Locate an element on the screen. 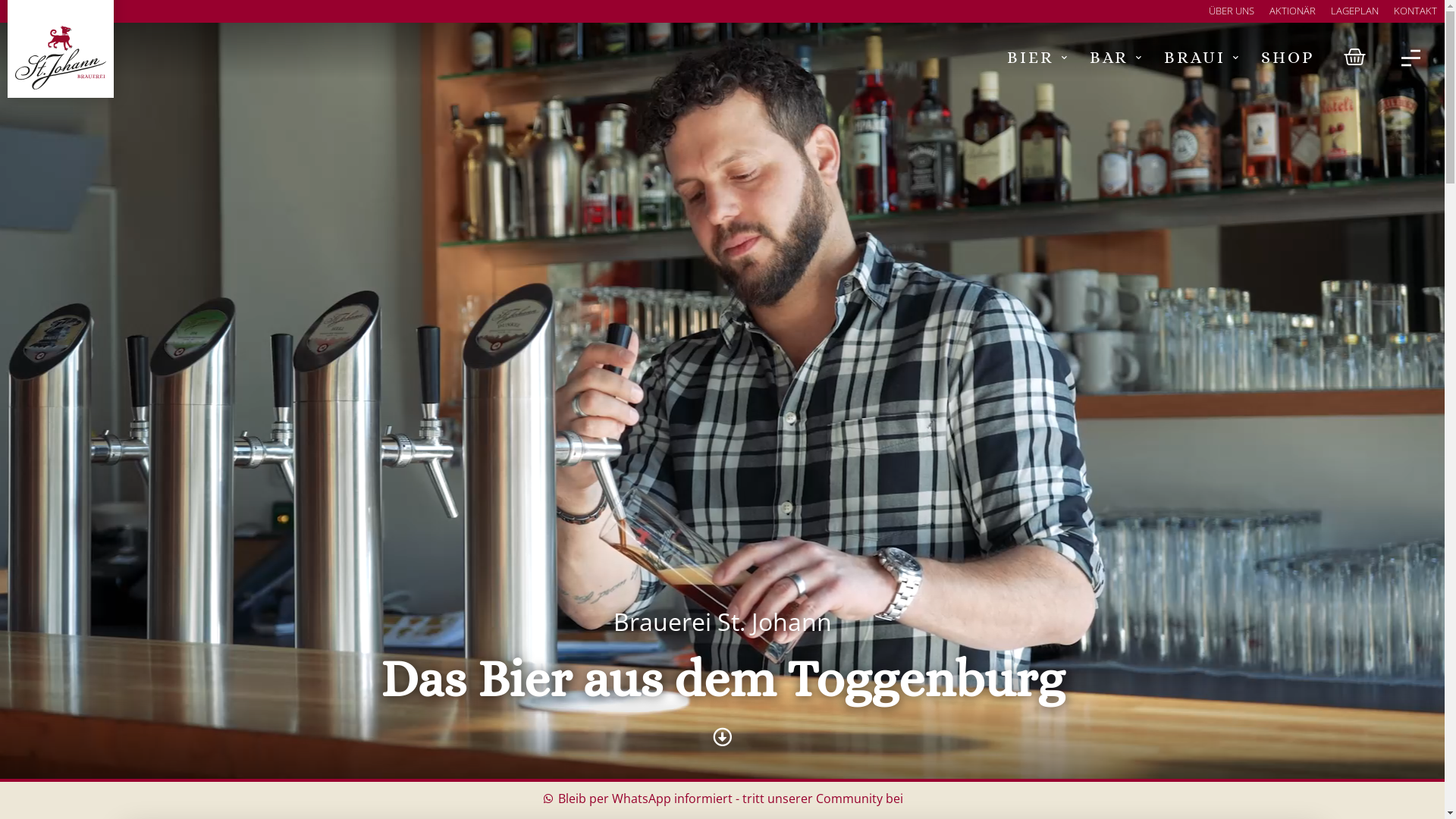 This screenshot has height=819, width=1456. 'LAGEPLAN' is located at coordinates (1354, 11).